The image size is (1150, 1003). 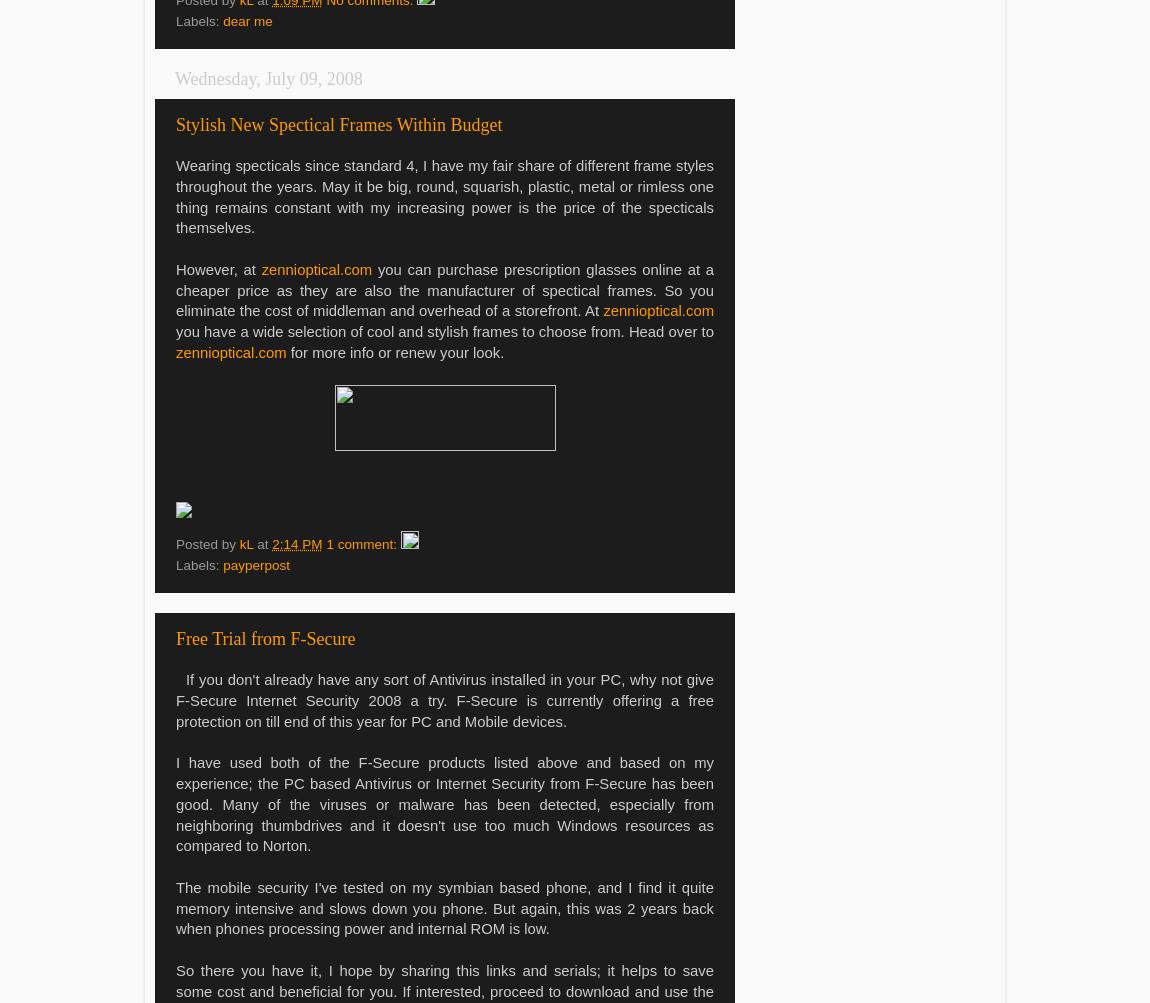 I want to click on 'for more info or renew your look.', so click(x=395, y=351).